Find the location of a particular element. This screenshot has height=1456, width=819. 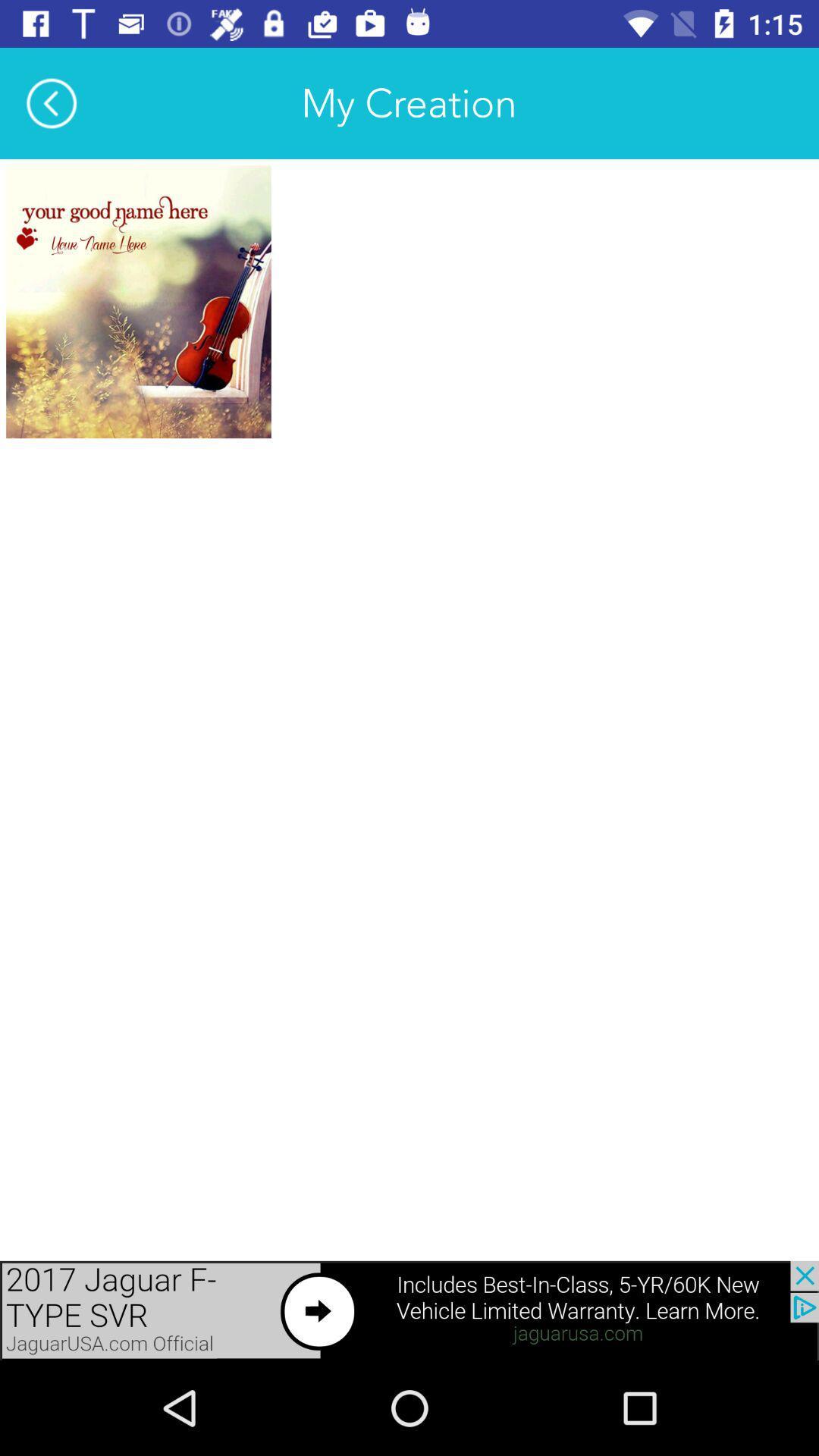

clickable advertisement is located at coordinates (409, 1310).